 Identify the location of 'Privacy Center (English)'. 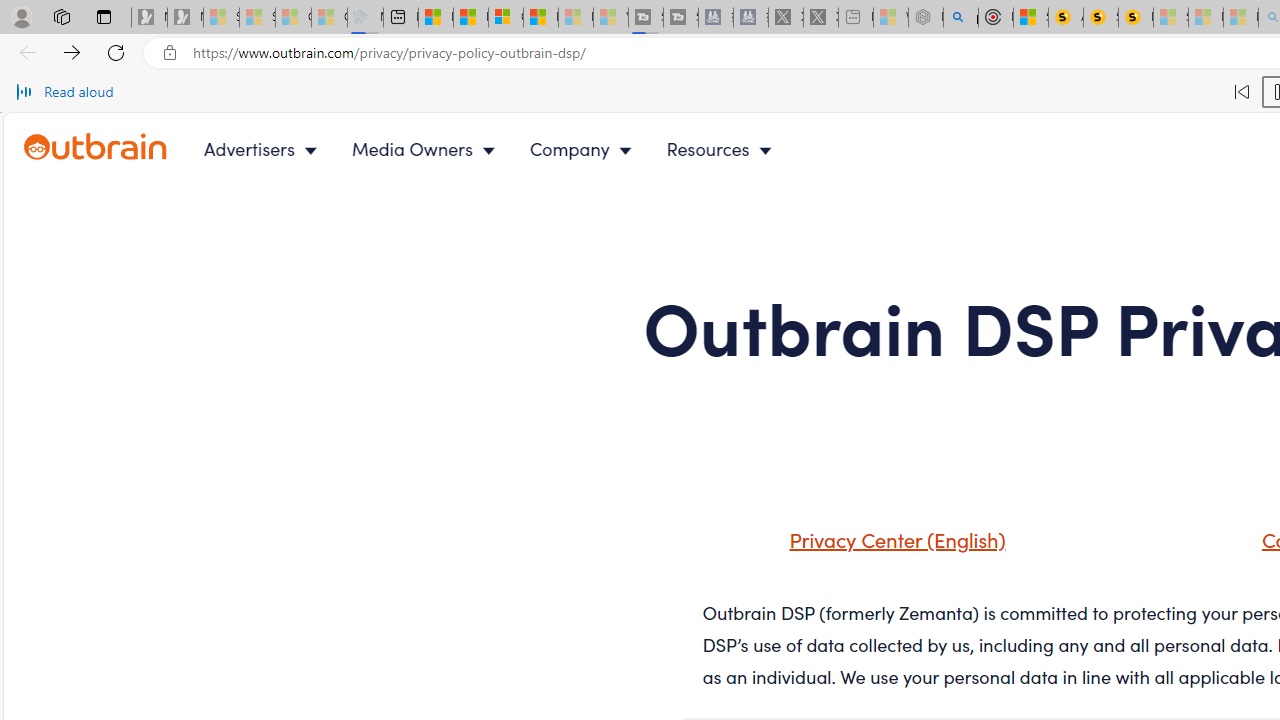
(872, 546).